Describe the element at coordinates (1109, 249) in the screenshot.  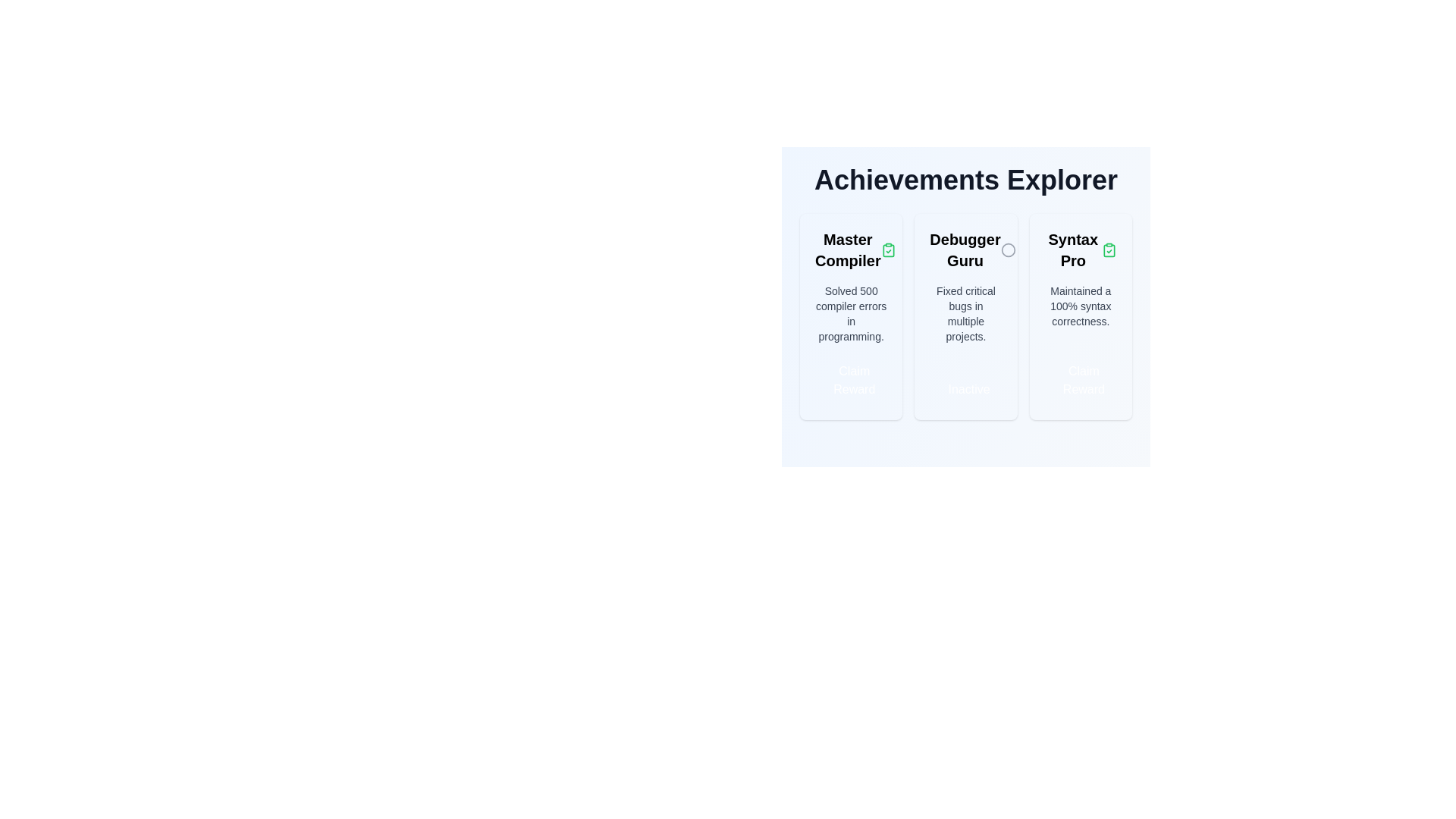
I see `the achievement status icon located in the upper-right corner of the 'Syntax Pro' achievement card, which indicates that the 'Syntax Pro' task has been completed` at that location.